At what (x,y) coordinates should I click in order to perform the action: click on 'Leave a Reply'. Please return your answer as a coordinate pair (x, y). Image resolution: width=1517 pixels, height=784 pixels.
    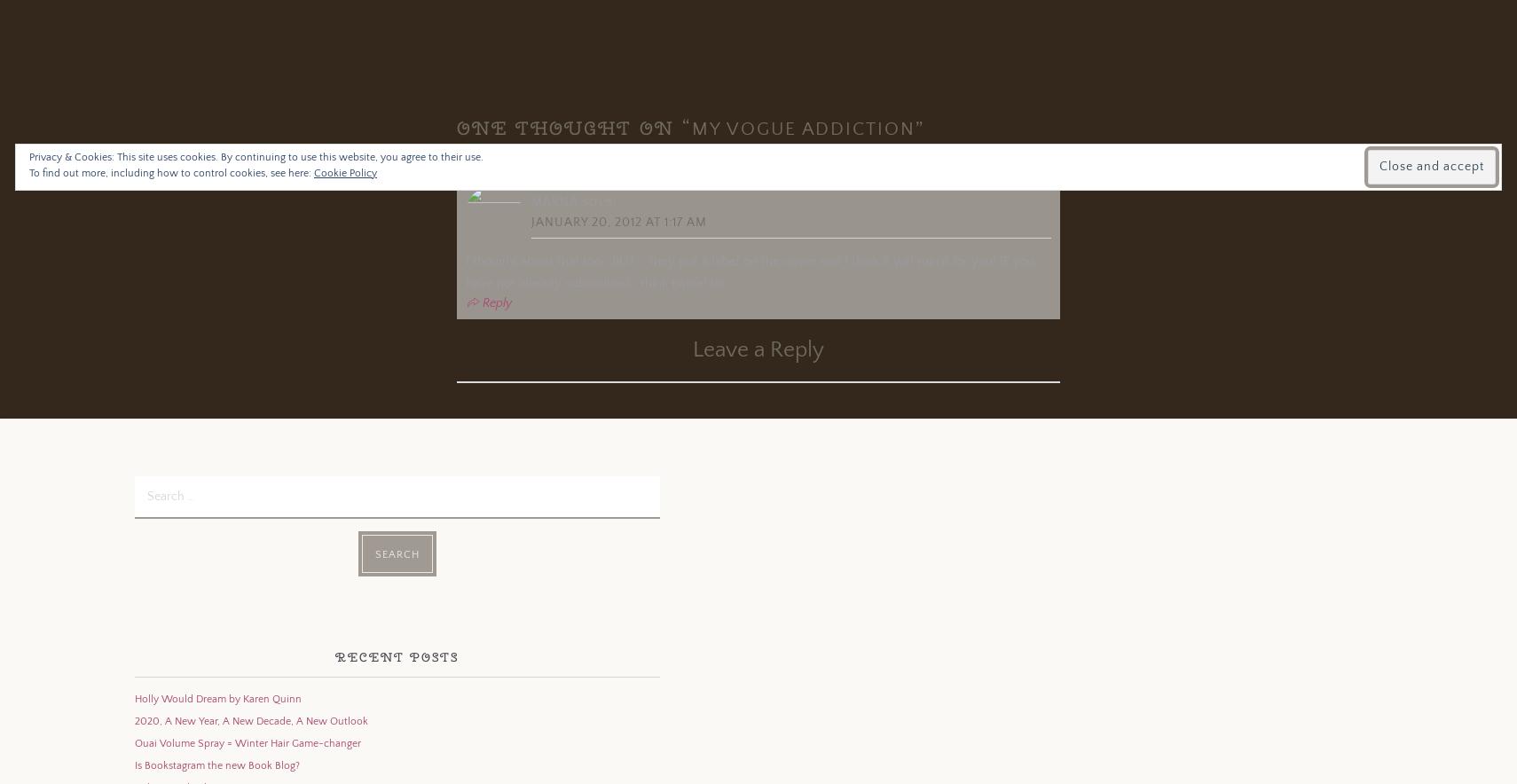
    Looking at the image, I should click on (758, 349).